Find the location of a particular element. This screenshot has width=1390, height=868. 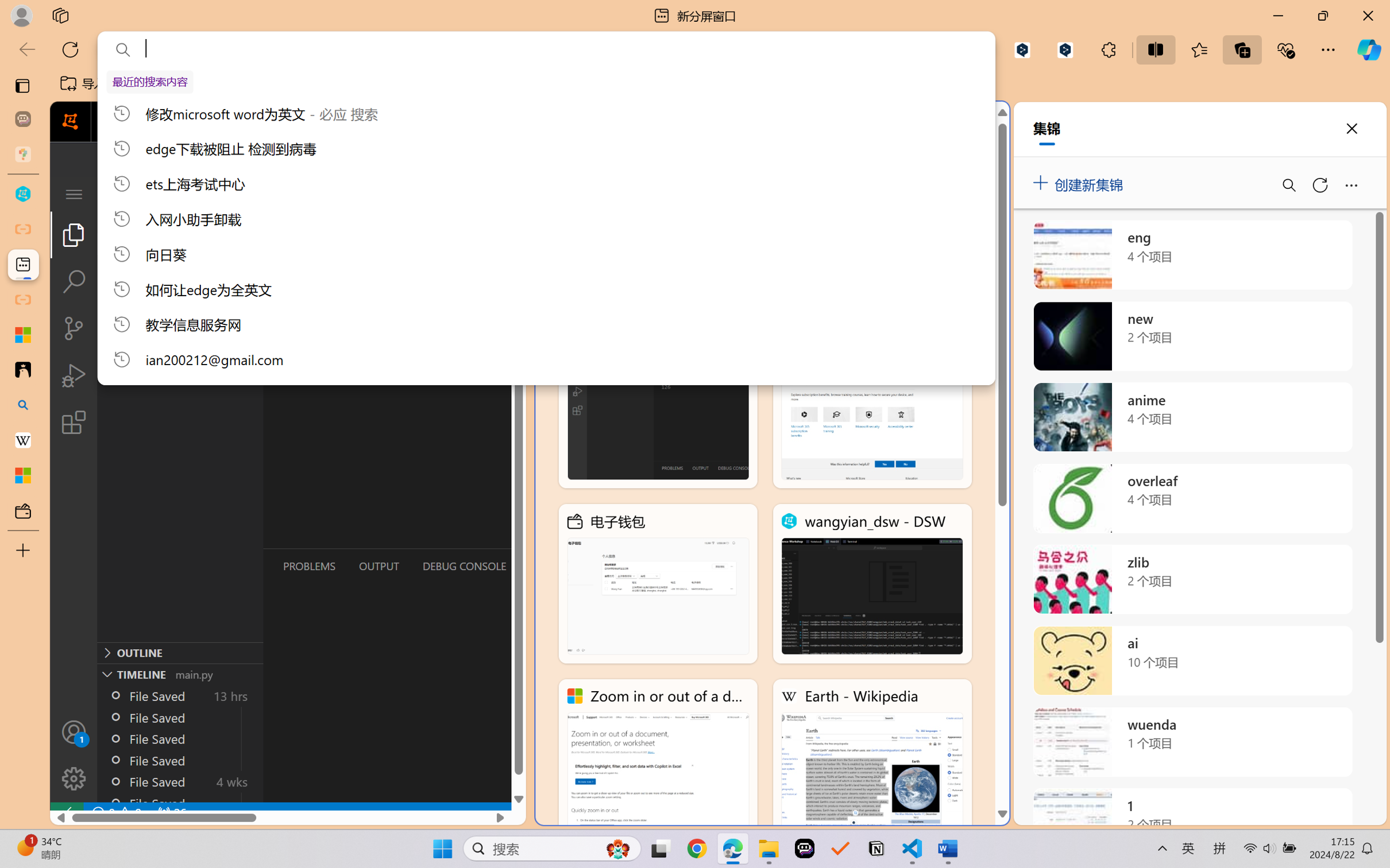

'Search (Ctrl+Shift+F)' is located at coordinates (73, 281).